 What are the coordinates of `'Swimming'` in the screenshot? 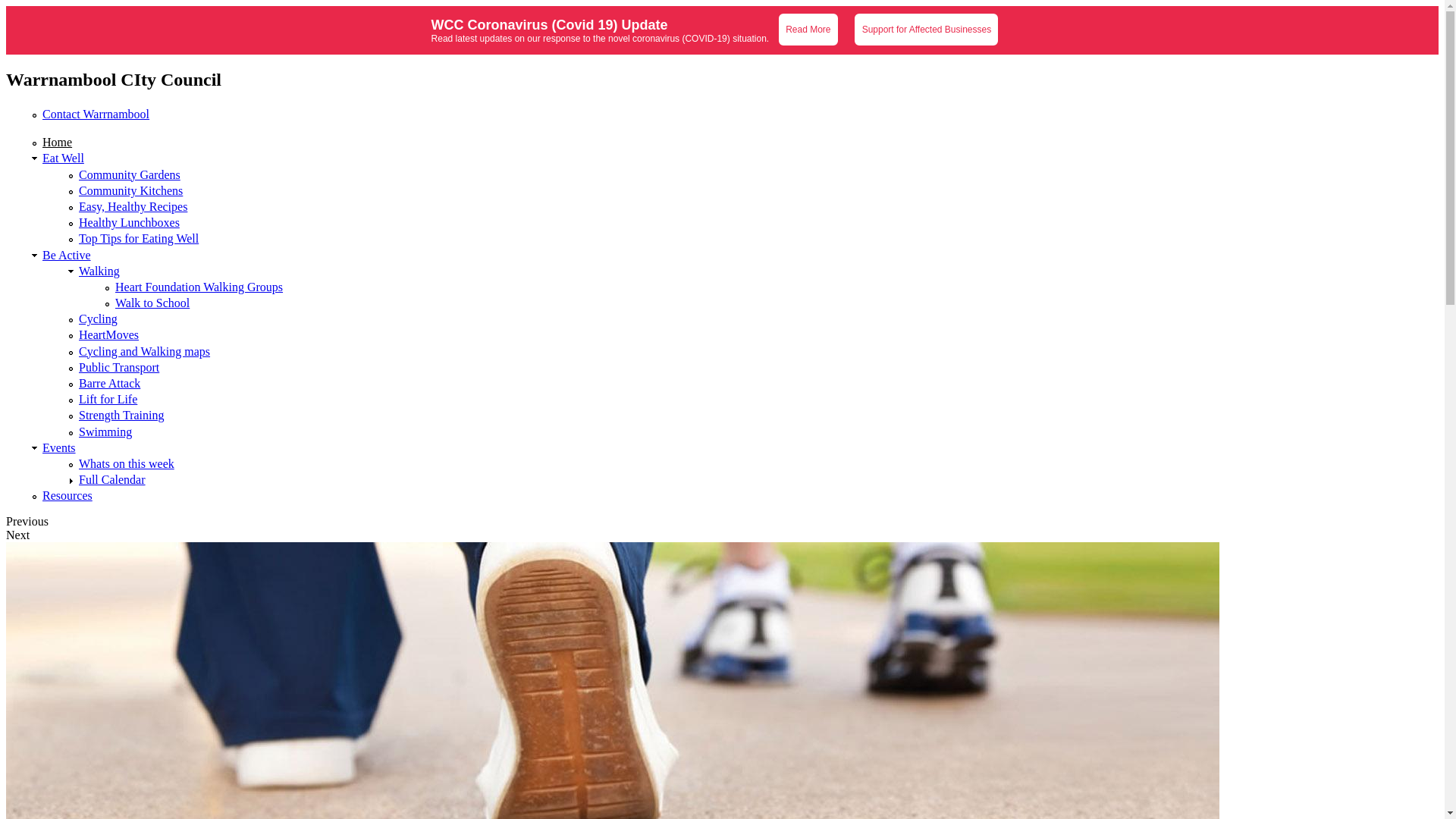 It's located at (105, 431).